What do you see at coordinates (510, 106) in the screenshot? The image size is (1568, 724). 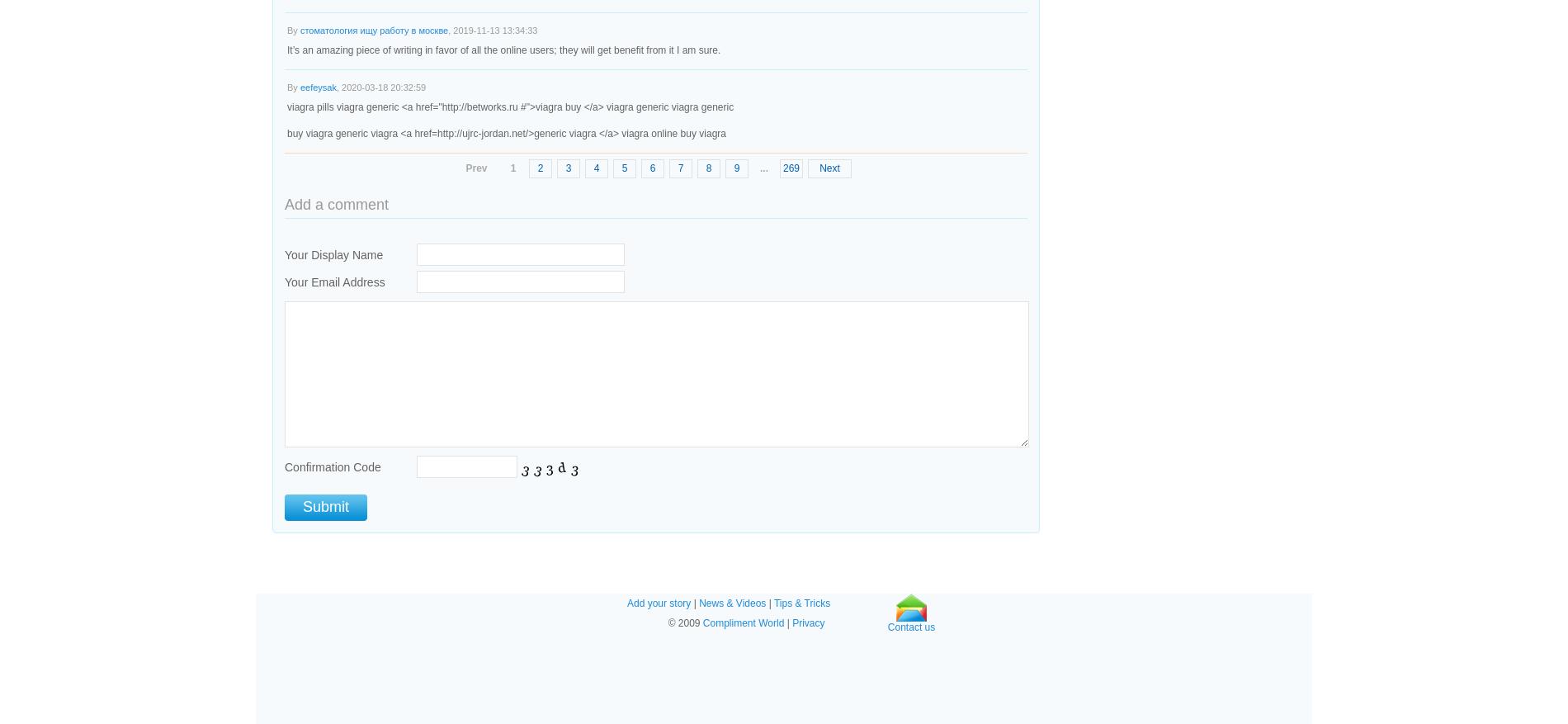 I see `'viagra pills  viagra generic  <a href="http://betworks.ru #">viagra buy  </a>  viagra generic  viagra generic'` at bounding box center [510, 106].